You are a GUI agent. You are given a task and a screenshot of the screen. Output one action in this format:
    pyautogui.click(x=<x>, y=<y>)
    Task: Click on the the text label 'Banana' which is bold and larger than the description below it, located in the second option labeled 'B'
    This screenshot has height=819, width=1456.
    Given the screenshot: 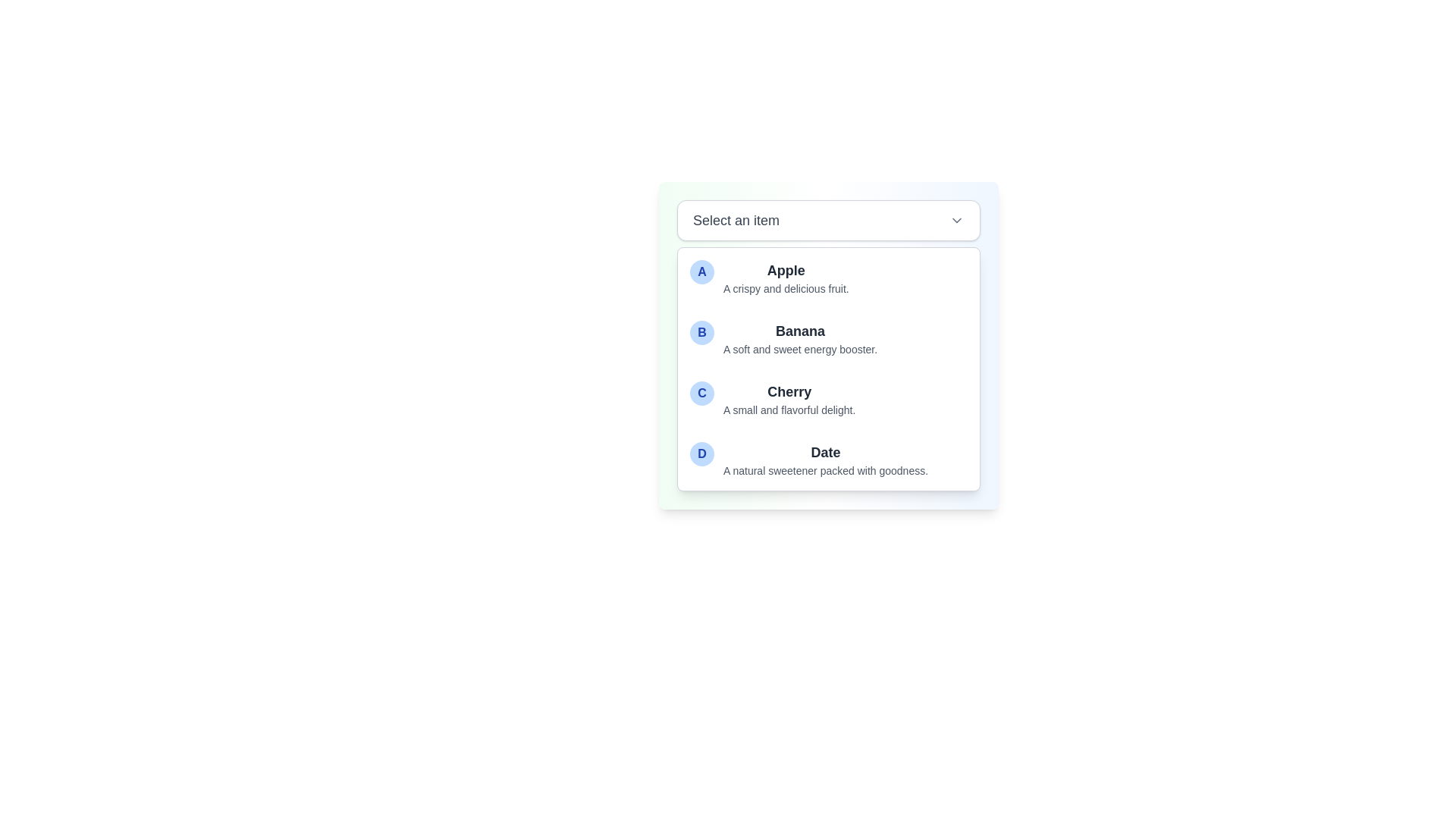 What is the action you would take?
    pyautogui.click(x=799, y=330)
    